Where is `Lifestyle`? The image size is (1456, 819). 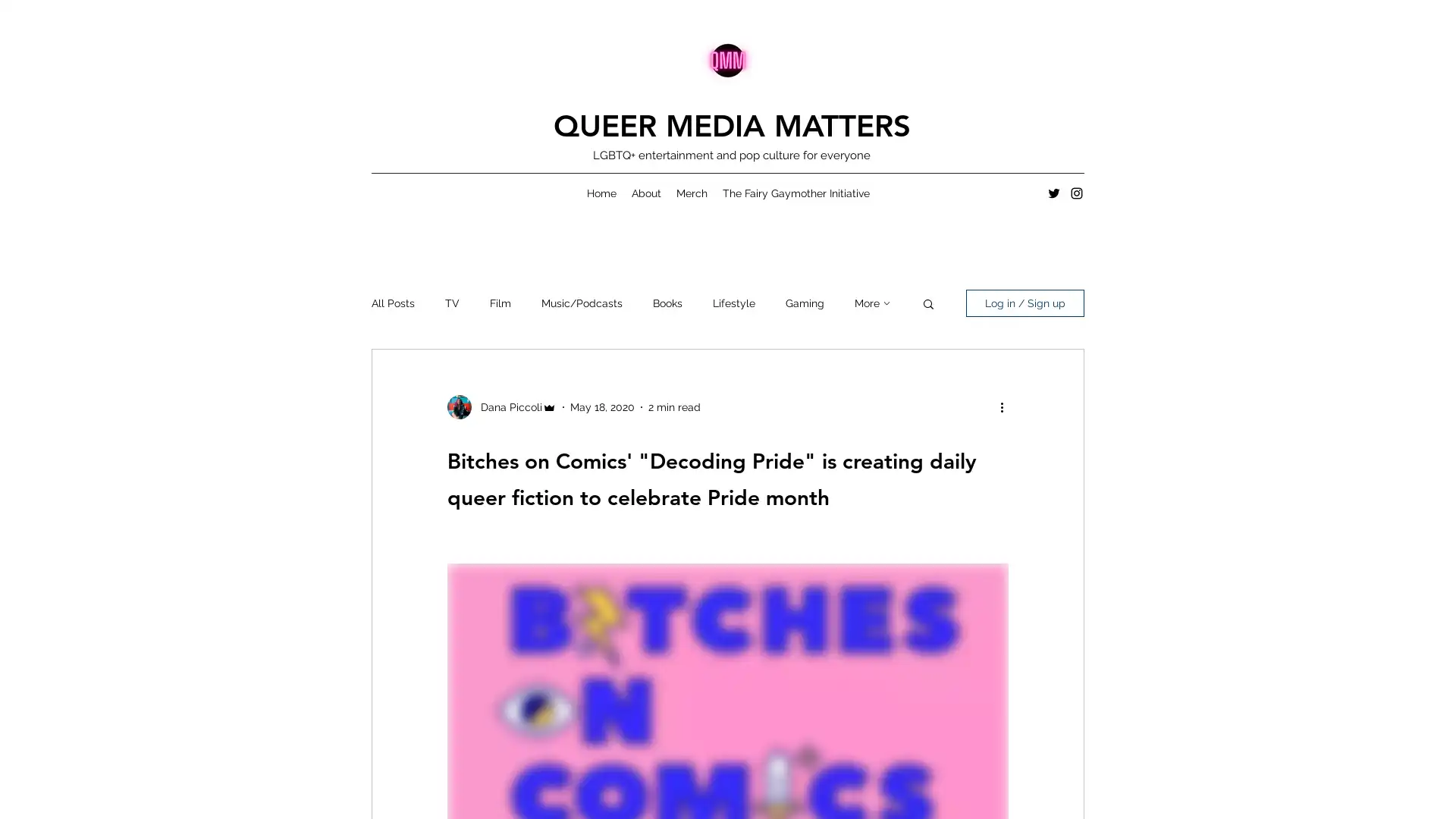 Lifestyle is located at coordinates (734, 303).